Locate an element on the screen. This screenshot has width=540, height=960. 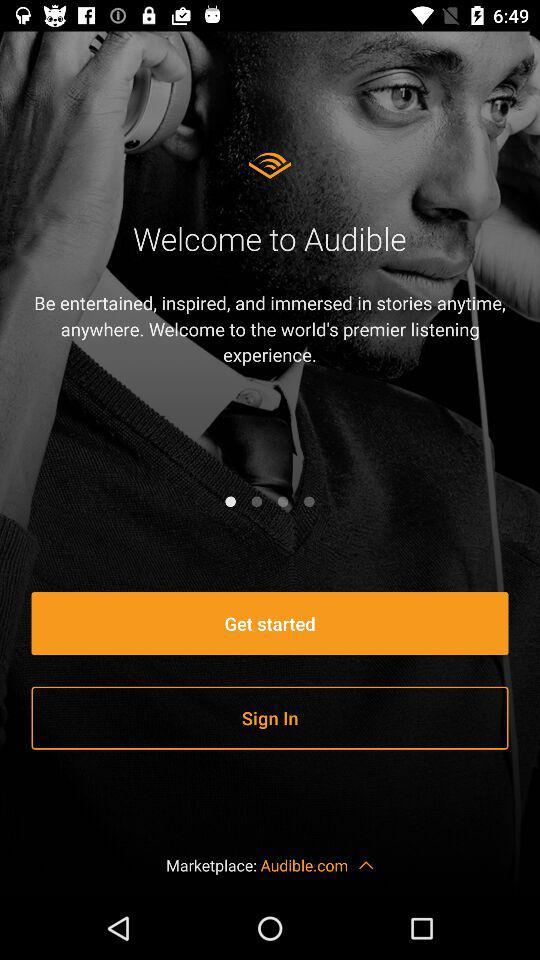
the get started item is located at coordinates (270, 622).